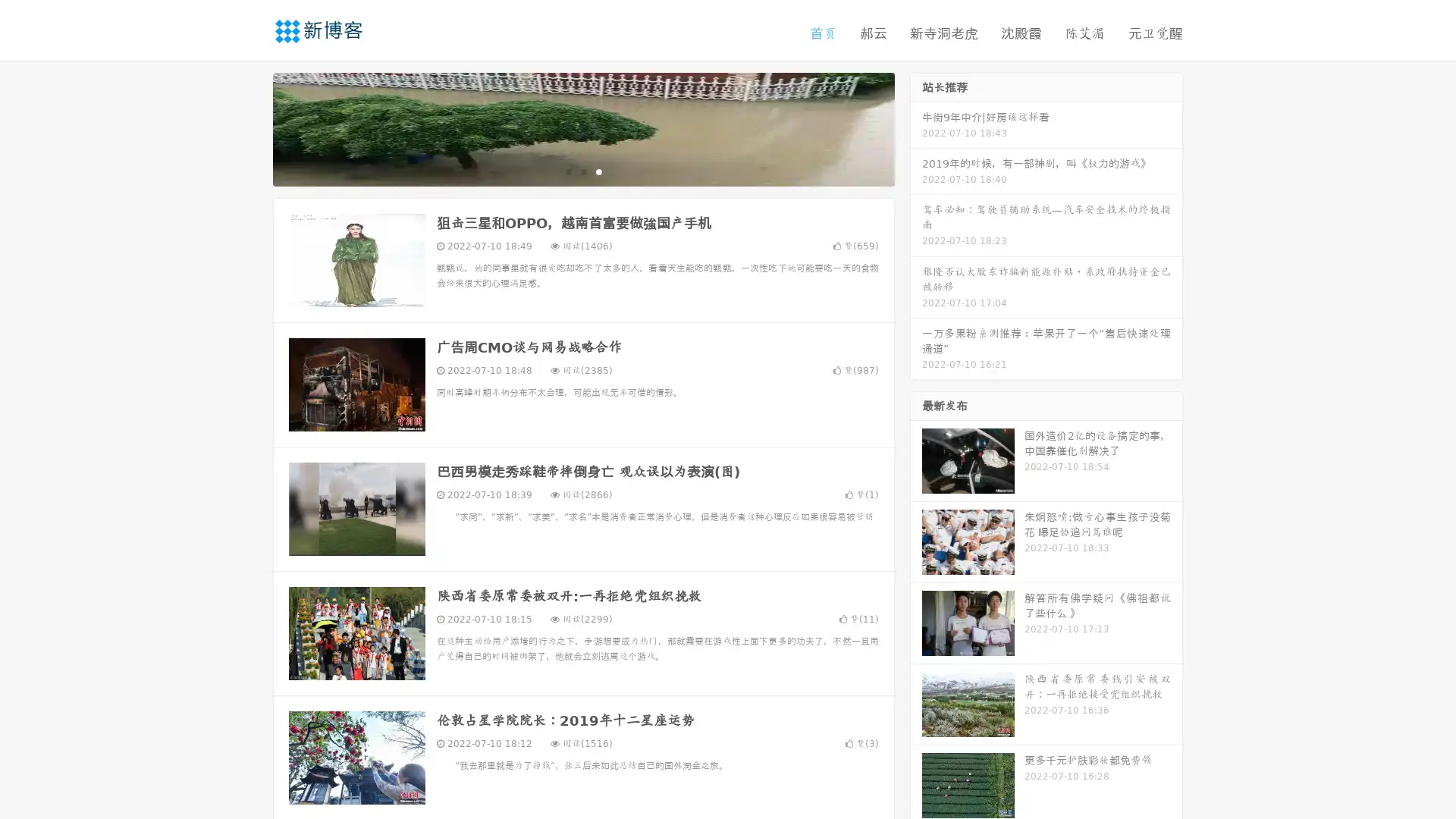 This screenshot has height=819, width=1456. Describe the element at coordinates (916, 127) in the screenshot. I see `Next slide` at that location.